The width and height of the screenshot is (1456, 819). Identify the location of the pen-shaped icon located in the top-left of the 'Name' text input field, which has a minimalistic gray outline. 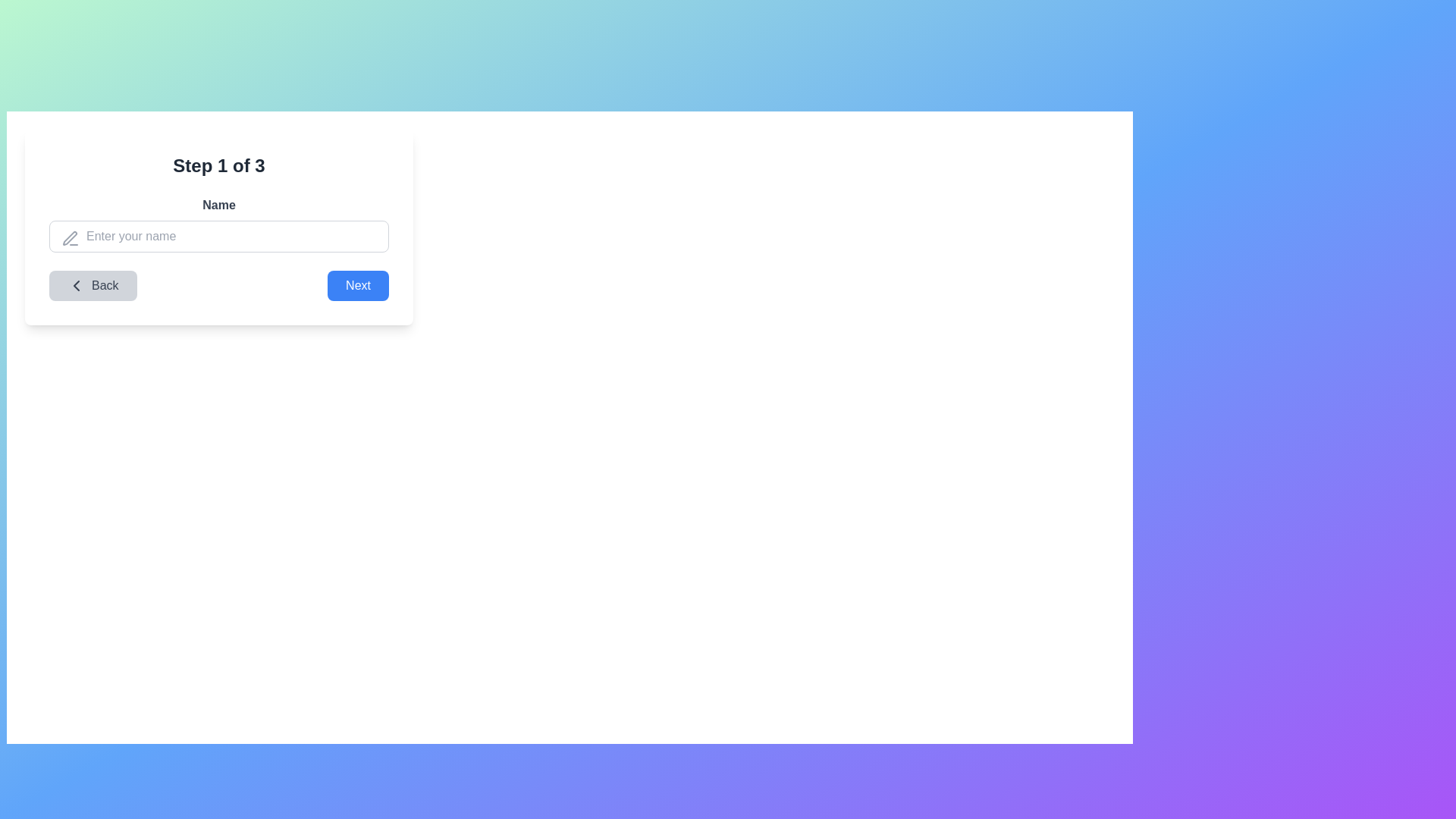
(69, 238).